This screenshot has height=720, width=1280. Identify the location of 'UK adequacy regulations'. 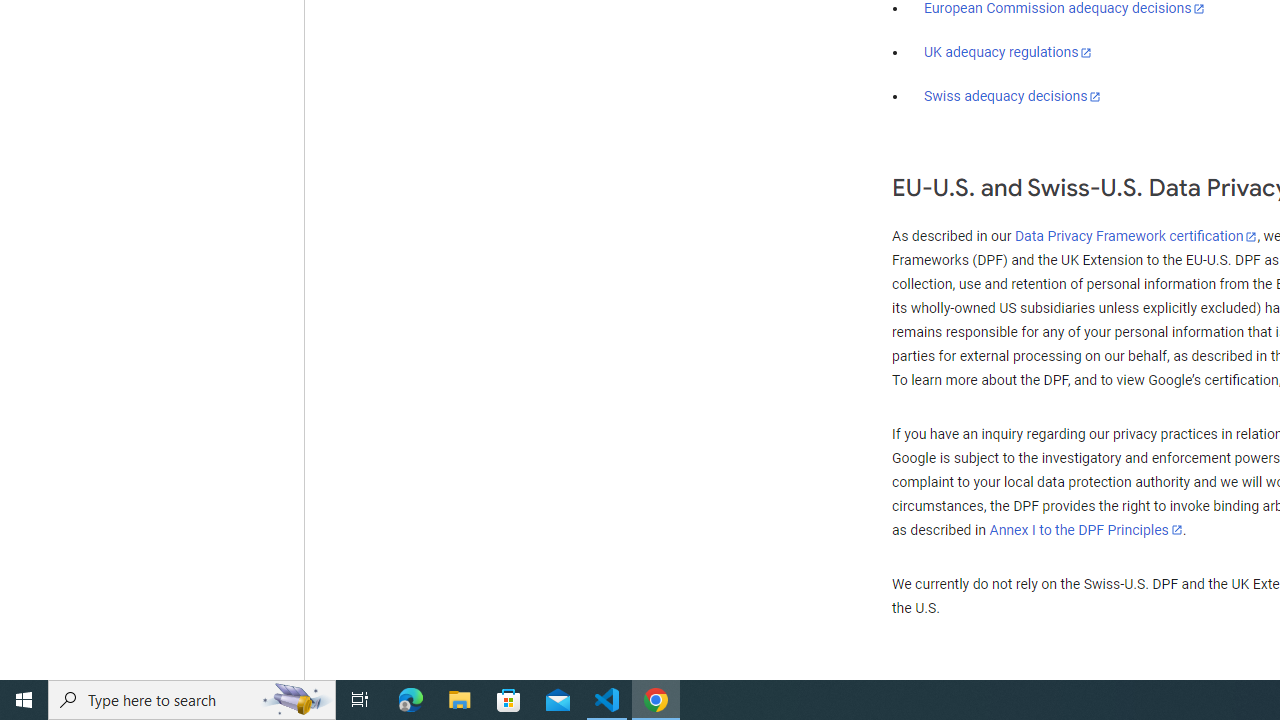
(1008, 51).